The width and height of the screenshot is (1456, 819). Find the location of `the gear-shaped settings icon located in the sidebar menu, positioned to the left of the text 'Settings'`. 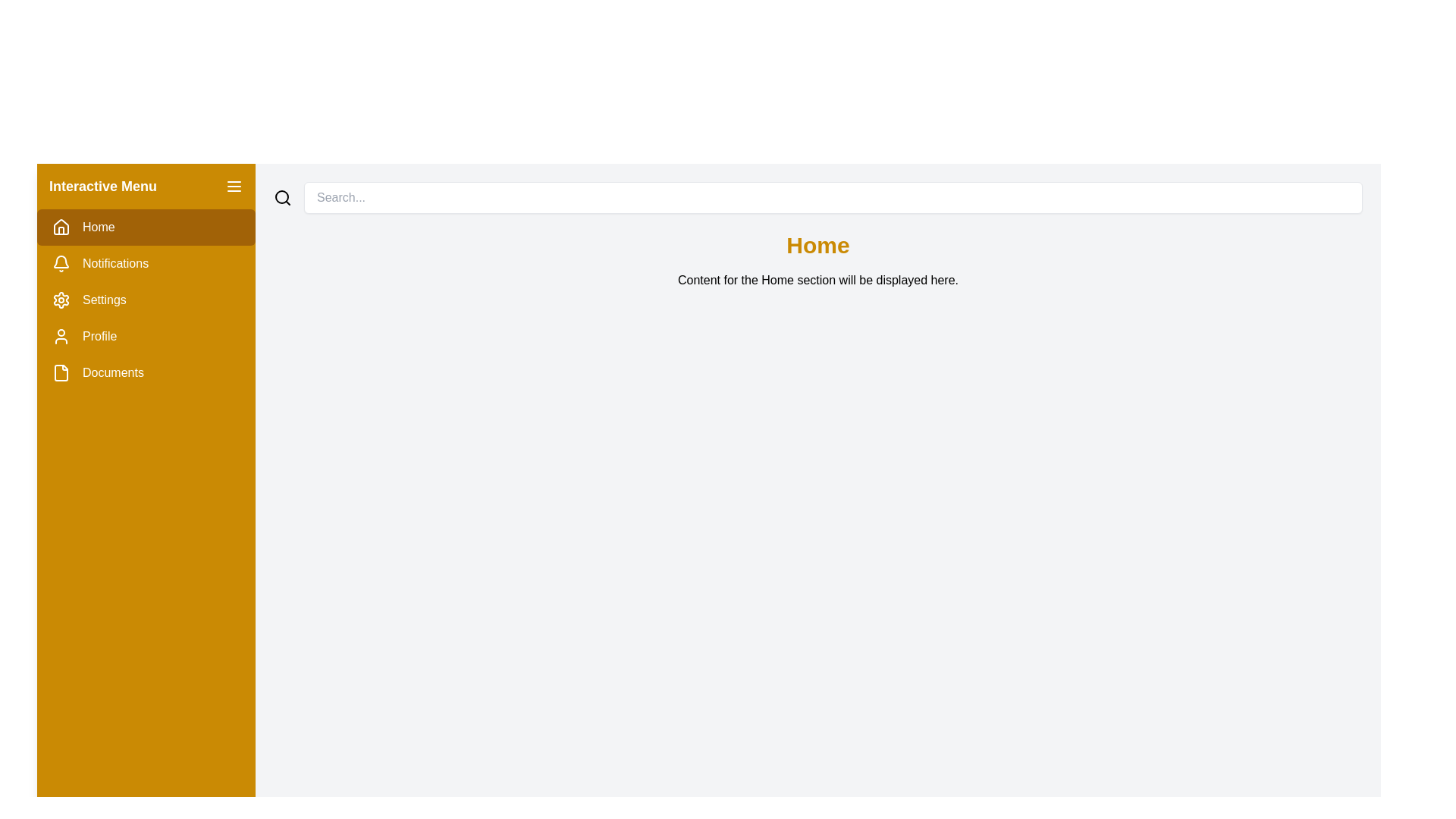

the gear-shaped settings icon located in the sidebar menu, positioned to the left of the text 'Settings' is located at coordinates (61, 300).